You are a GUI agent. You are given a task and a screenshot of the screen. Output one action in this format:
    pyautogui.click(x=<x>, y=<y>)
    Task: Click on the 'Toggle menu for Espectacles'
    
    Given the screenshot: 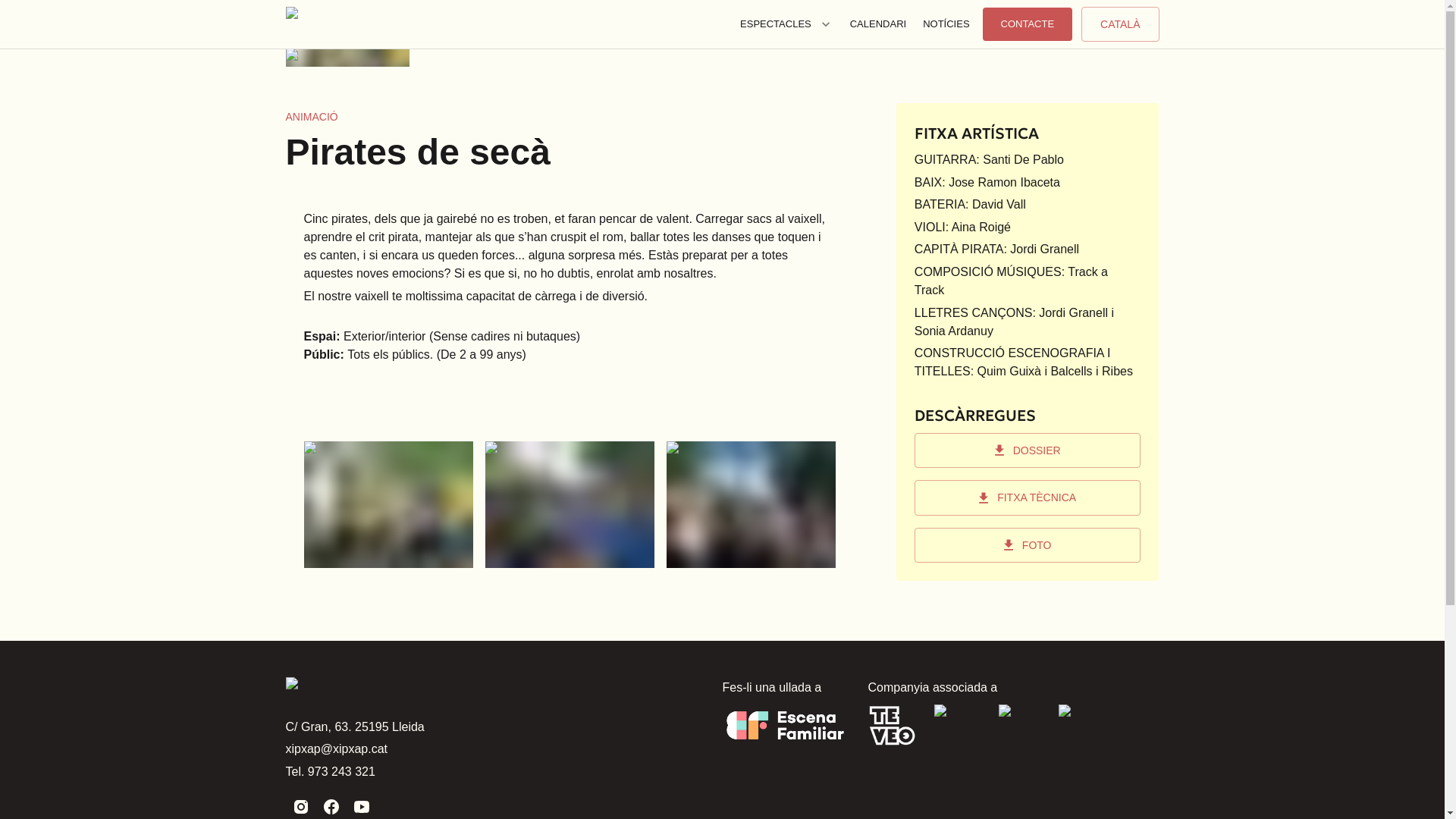 What is the action you would take?
    pyautogui.click(x=825, y=24)
    